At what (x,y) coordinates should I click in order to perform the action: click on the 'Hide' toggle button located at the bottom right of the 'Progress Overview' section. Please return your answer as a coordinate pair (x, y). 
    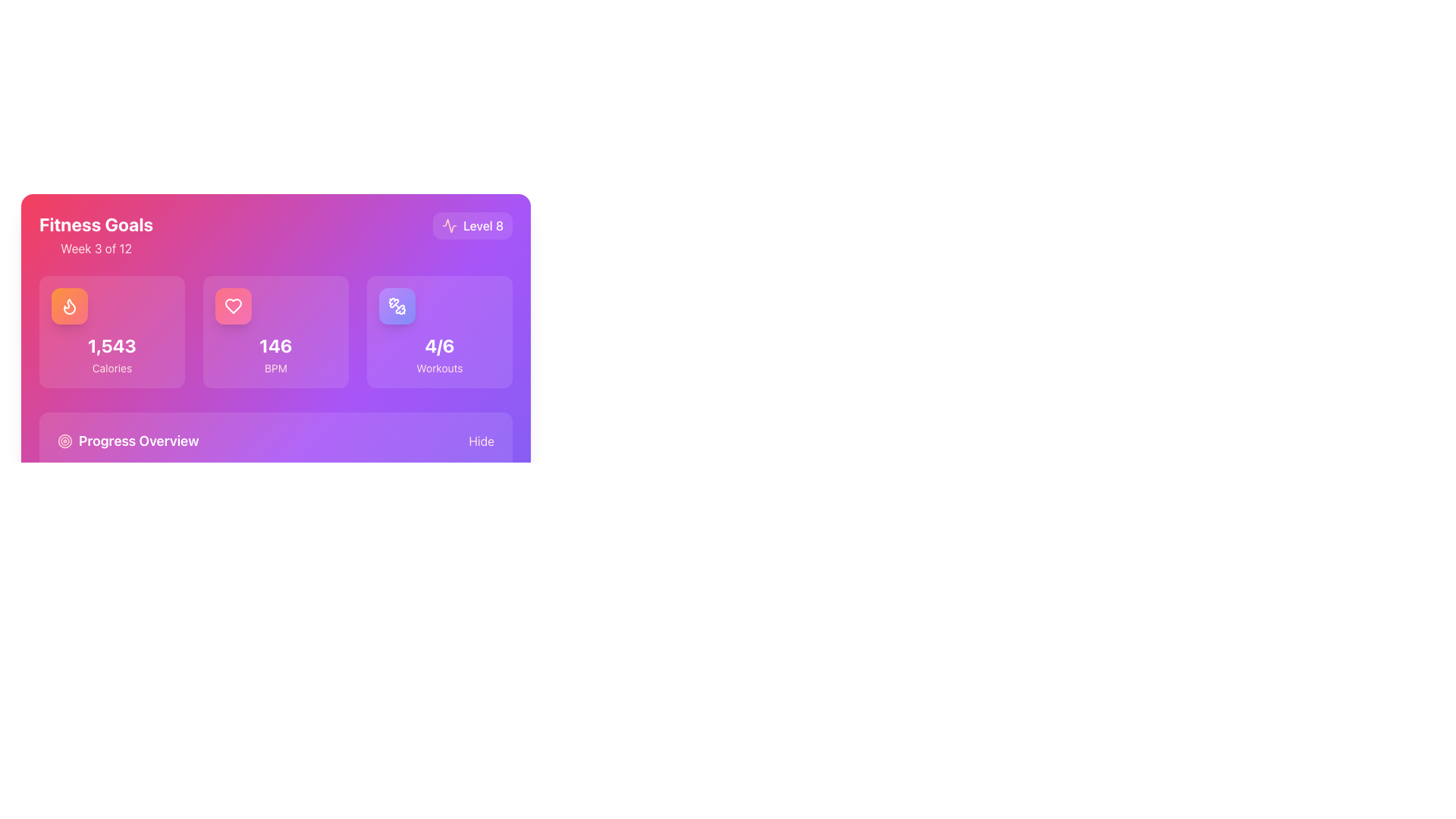
    Looking at the image, I should click on (481, 441).